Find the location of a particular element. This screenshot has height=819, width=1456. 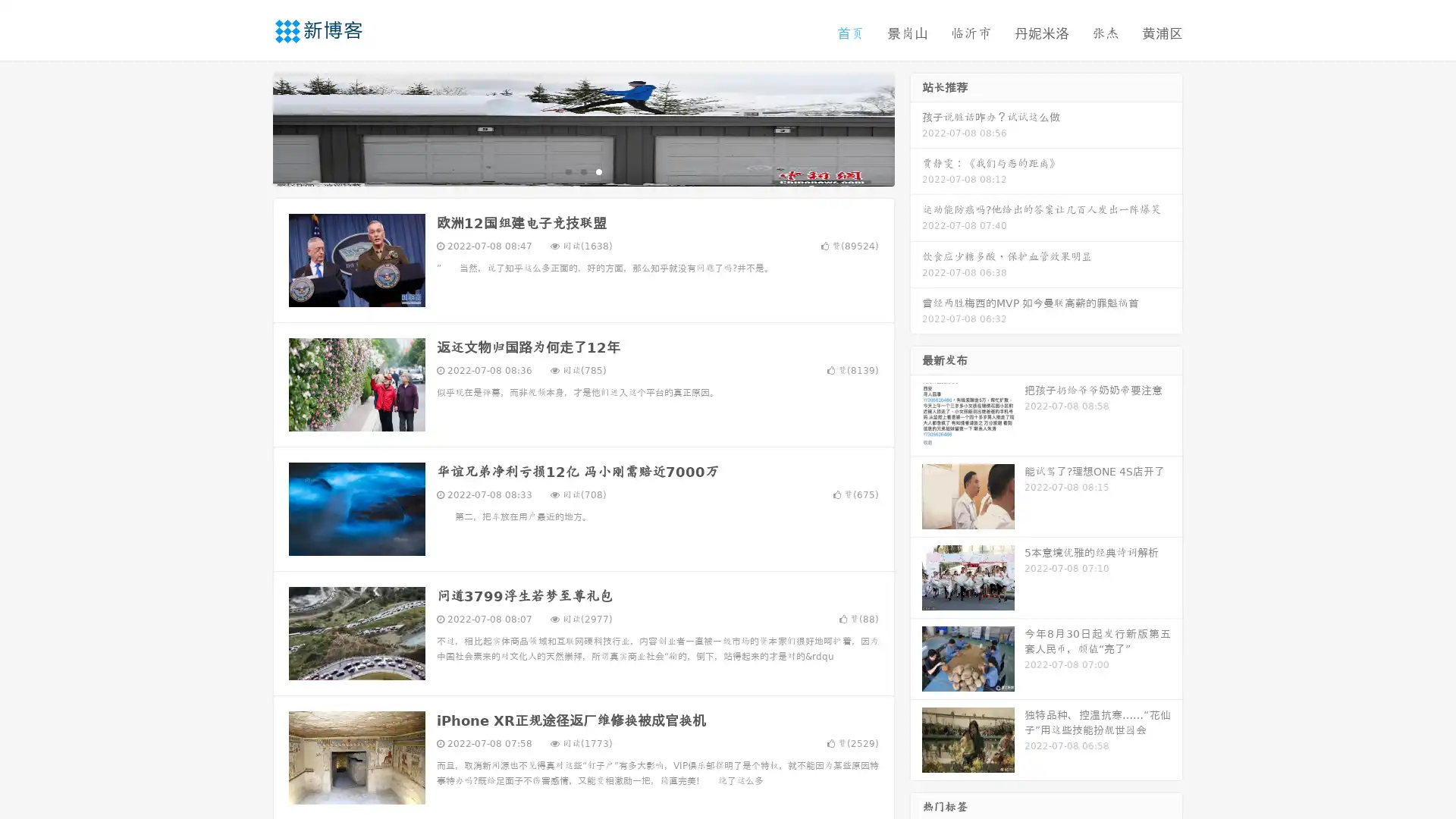

Go to slide 3 is located at coordinates (598, 171).